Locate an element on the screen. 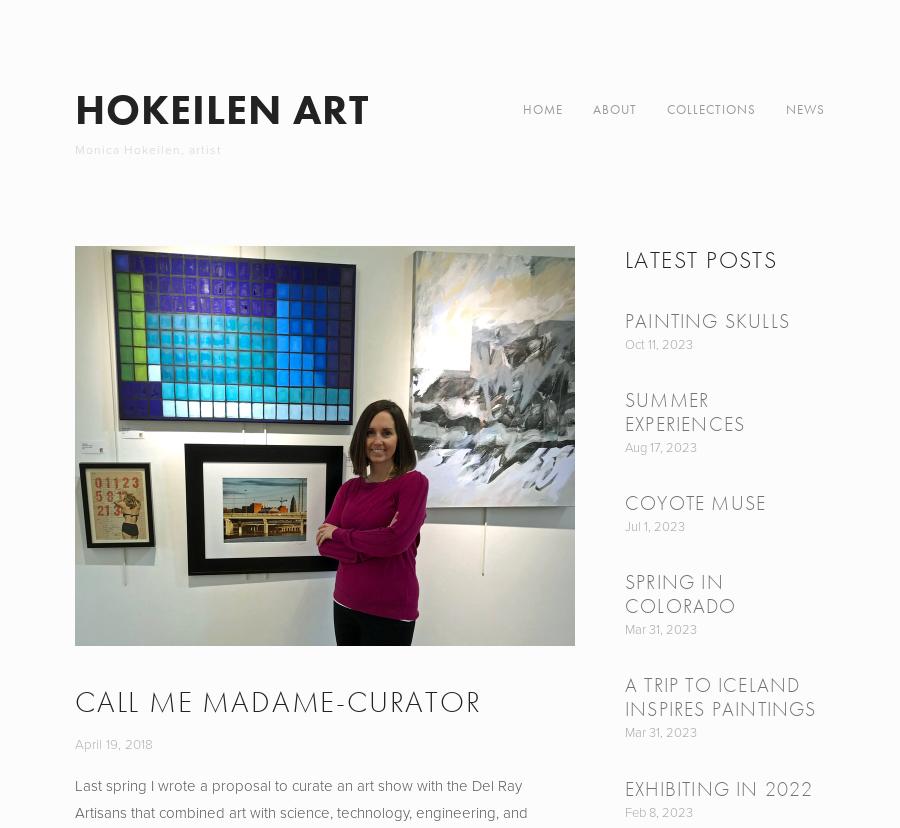 This screenshot has width=900, height=828. 'April 19, 2018' is located at coordinates (114, 741).